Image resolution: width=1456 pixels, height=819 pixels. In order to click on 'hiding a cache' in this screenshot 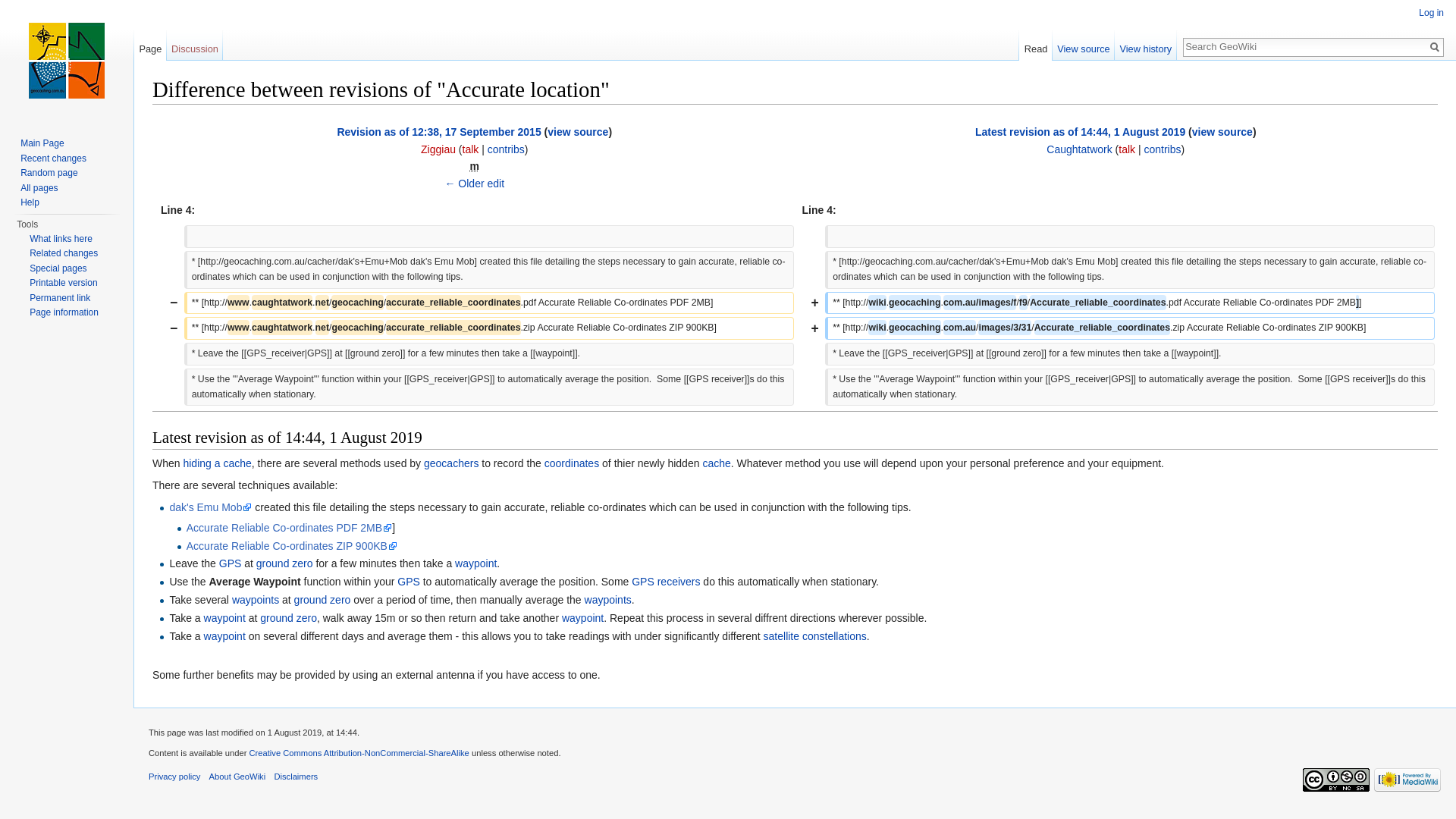, I will do `click(216, 462)`.